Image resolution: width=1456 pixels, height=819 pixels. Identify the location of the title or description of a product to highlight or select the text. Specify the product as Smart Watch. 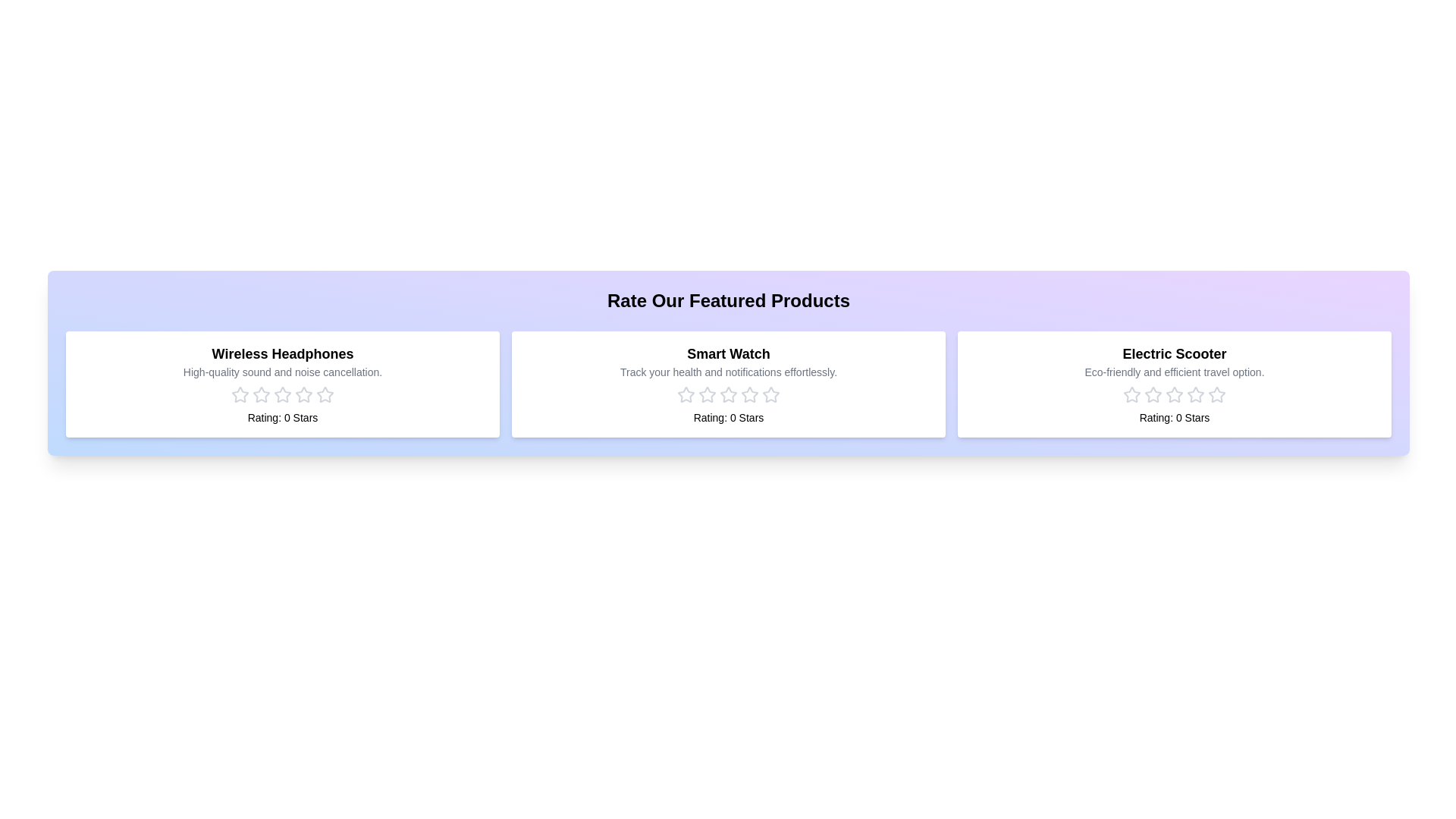
(728, 353).